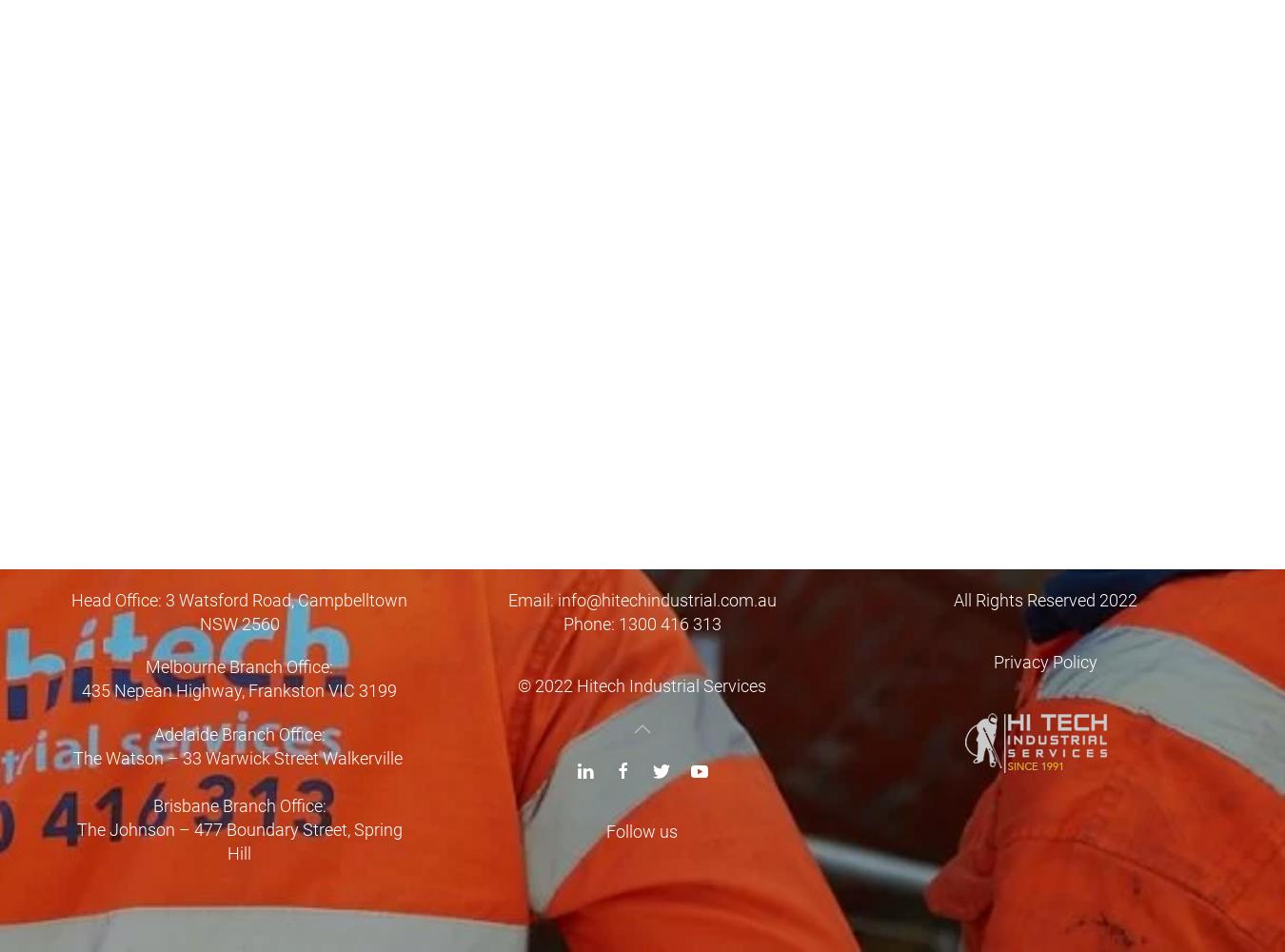  I want to click on 'The Johnson – 477 Boundary Street, Spring Hill', so click(75, 842).